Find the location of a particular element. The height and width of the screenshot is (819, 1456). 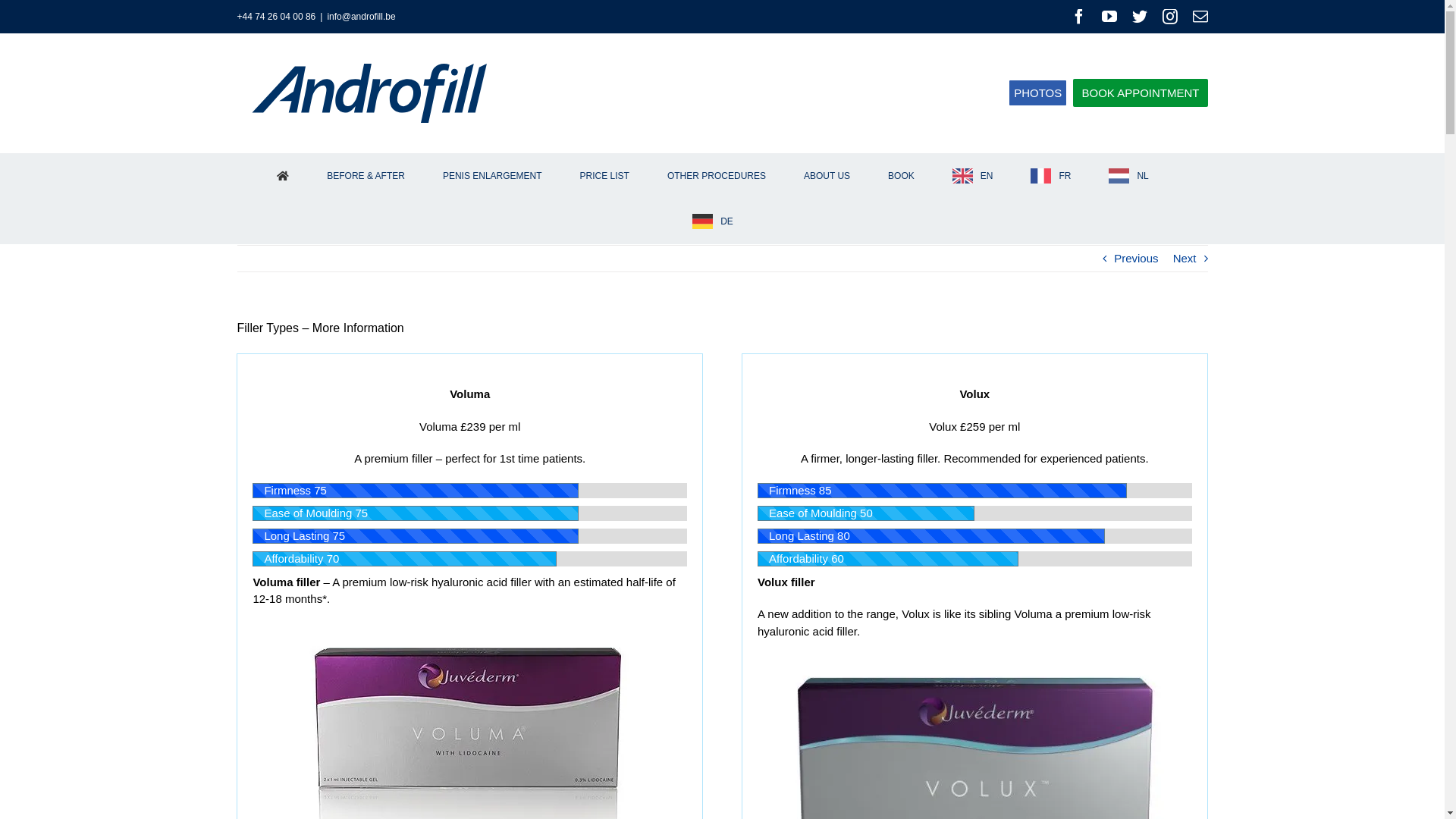

'Previous' is located at coordinates (1135, 257).